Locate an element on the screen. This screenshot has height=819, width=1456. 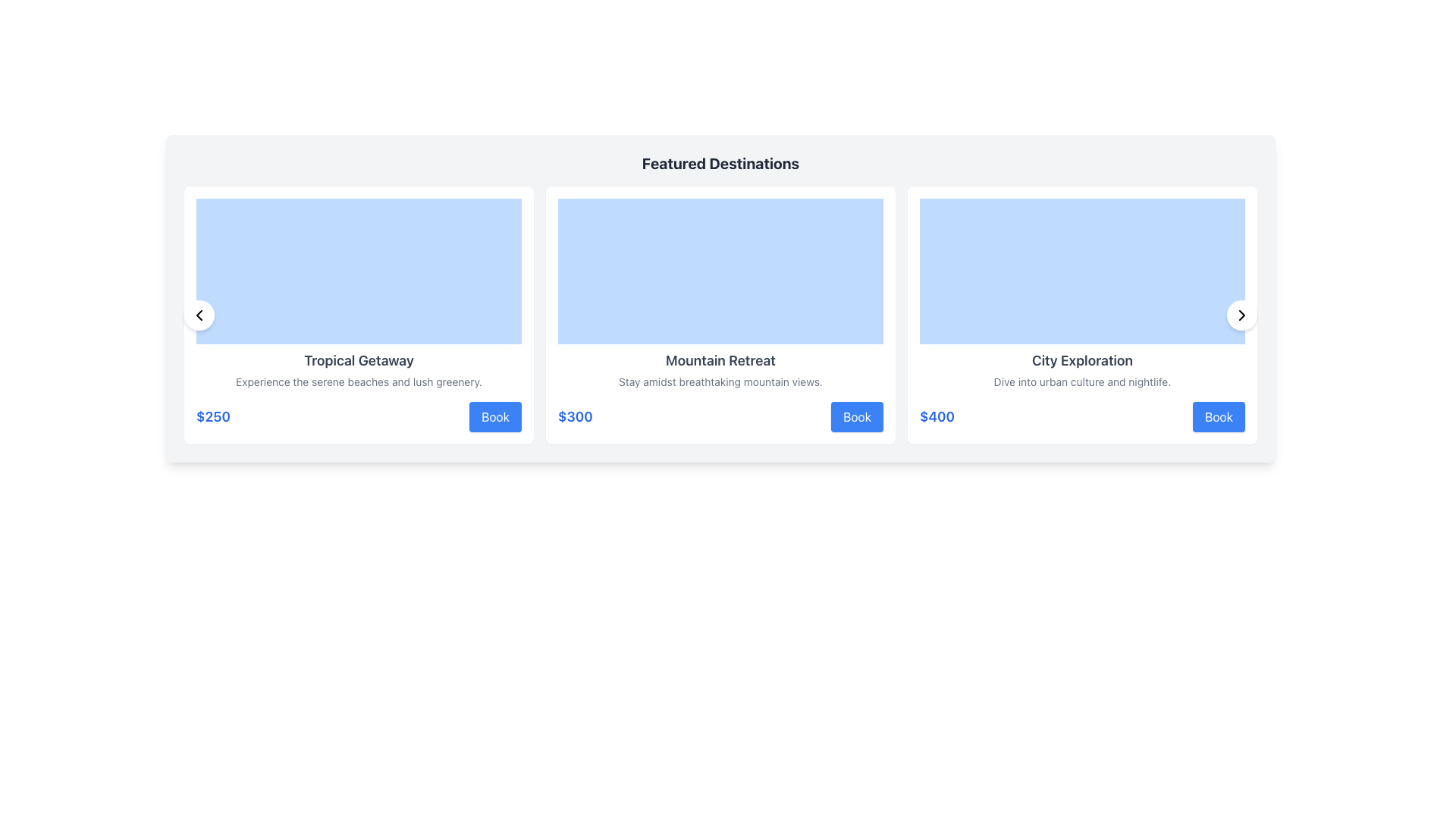
the right-chevron icon with a thin, circular border located at the lower right of the third card titled 'City Exploration.' is located at coordinates (1241, 315).